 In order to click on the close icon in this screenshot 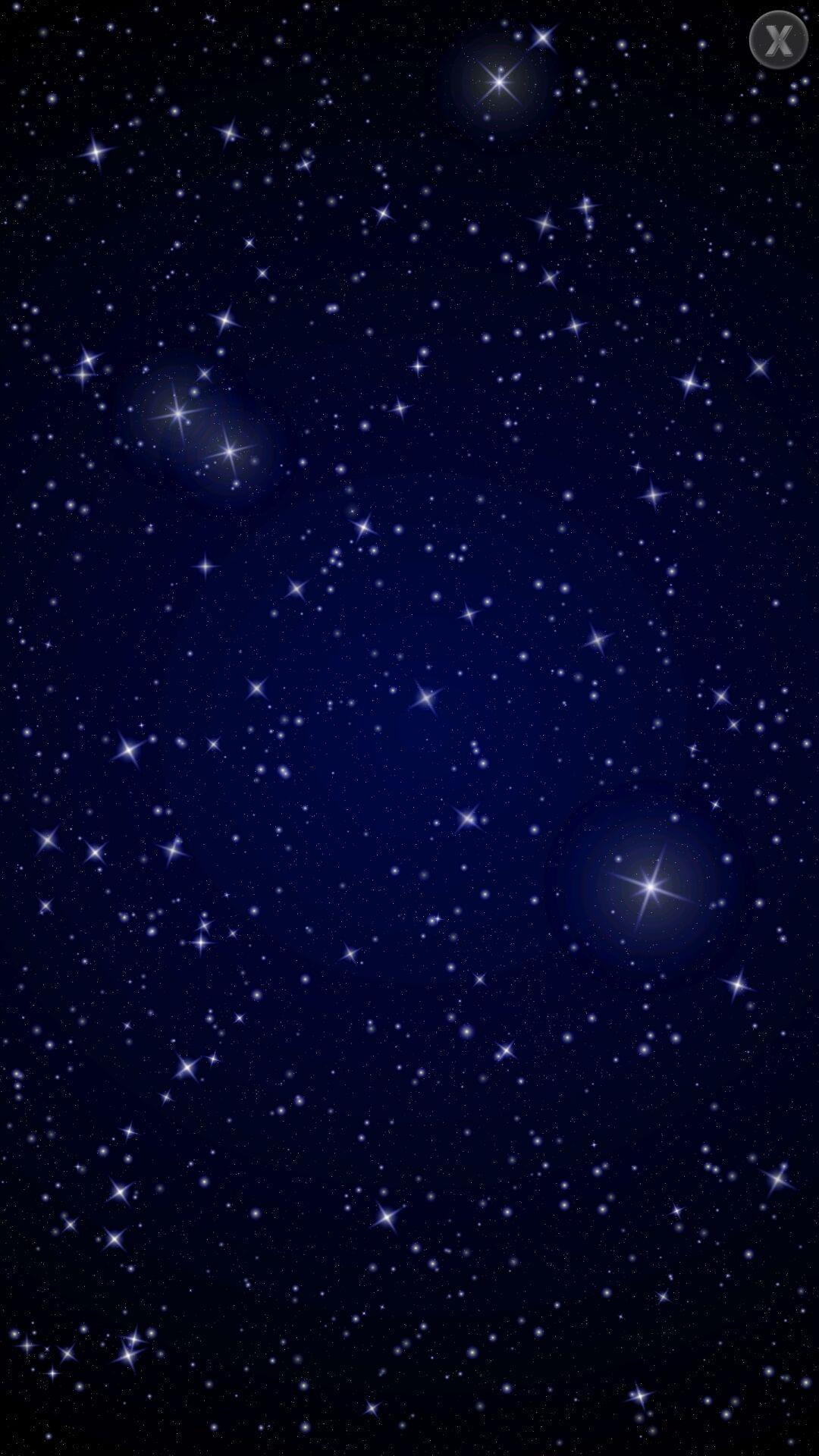, I will do `click(779, 39)`.